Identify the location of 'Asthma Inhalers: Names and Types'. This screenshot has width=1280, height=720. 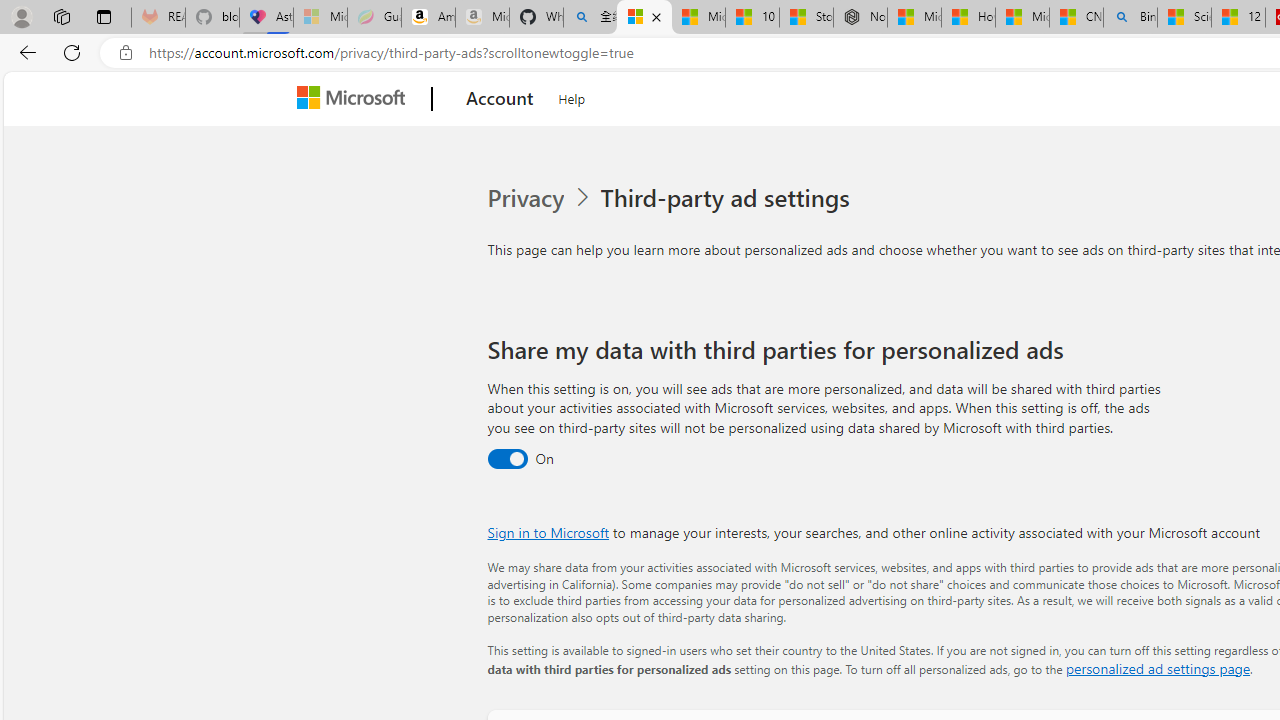
(265, 17).